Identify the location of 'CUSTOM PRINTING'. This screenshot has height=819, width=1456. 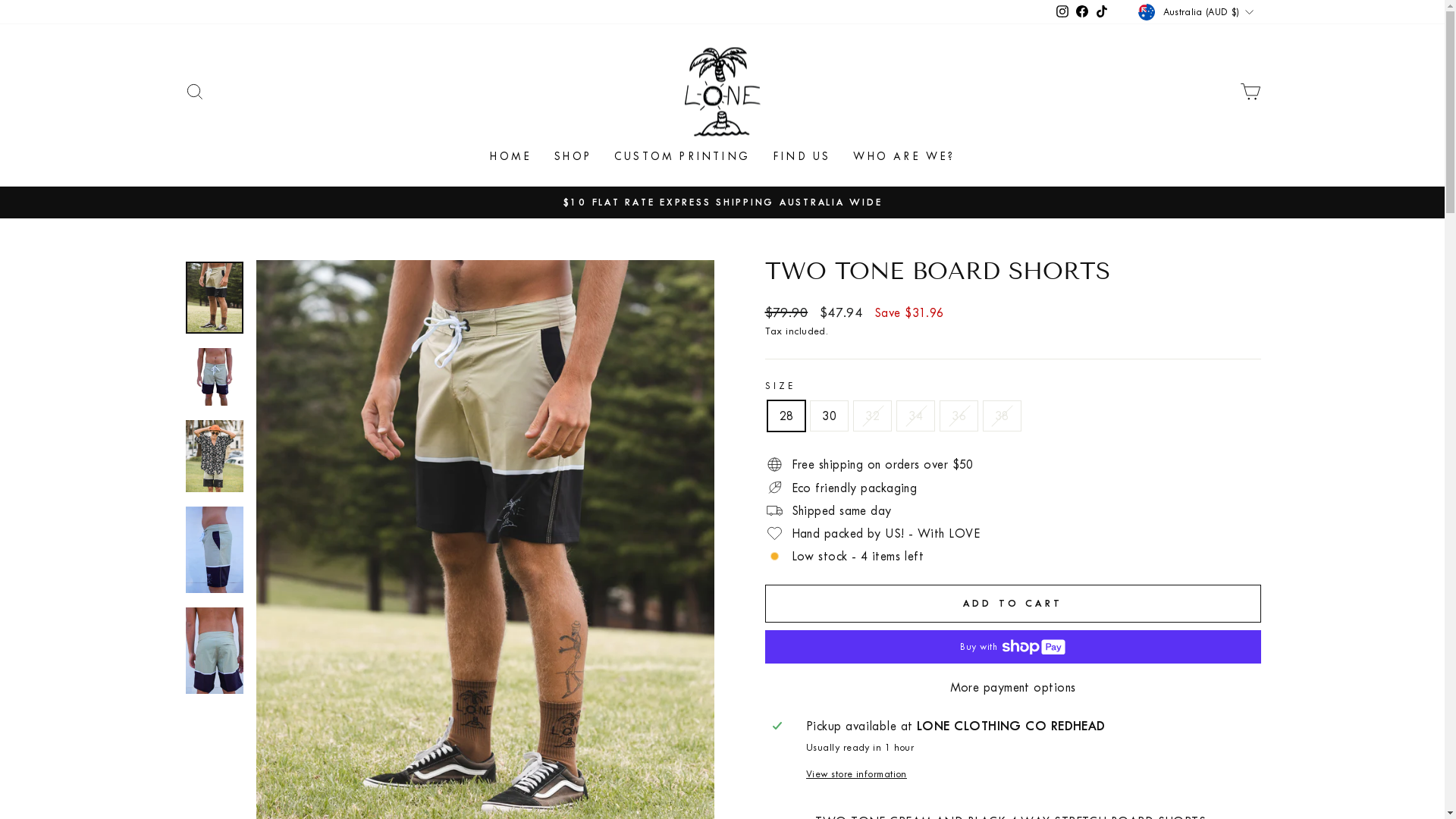
(681, 157).